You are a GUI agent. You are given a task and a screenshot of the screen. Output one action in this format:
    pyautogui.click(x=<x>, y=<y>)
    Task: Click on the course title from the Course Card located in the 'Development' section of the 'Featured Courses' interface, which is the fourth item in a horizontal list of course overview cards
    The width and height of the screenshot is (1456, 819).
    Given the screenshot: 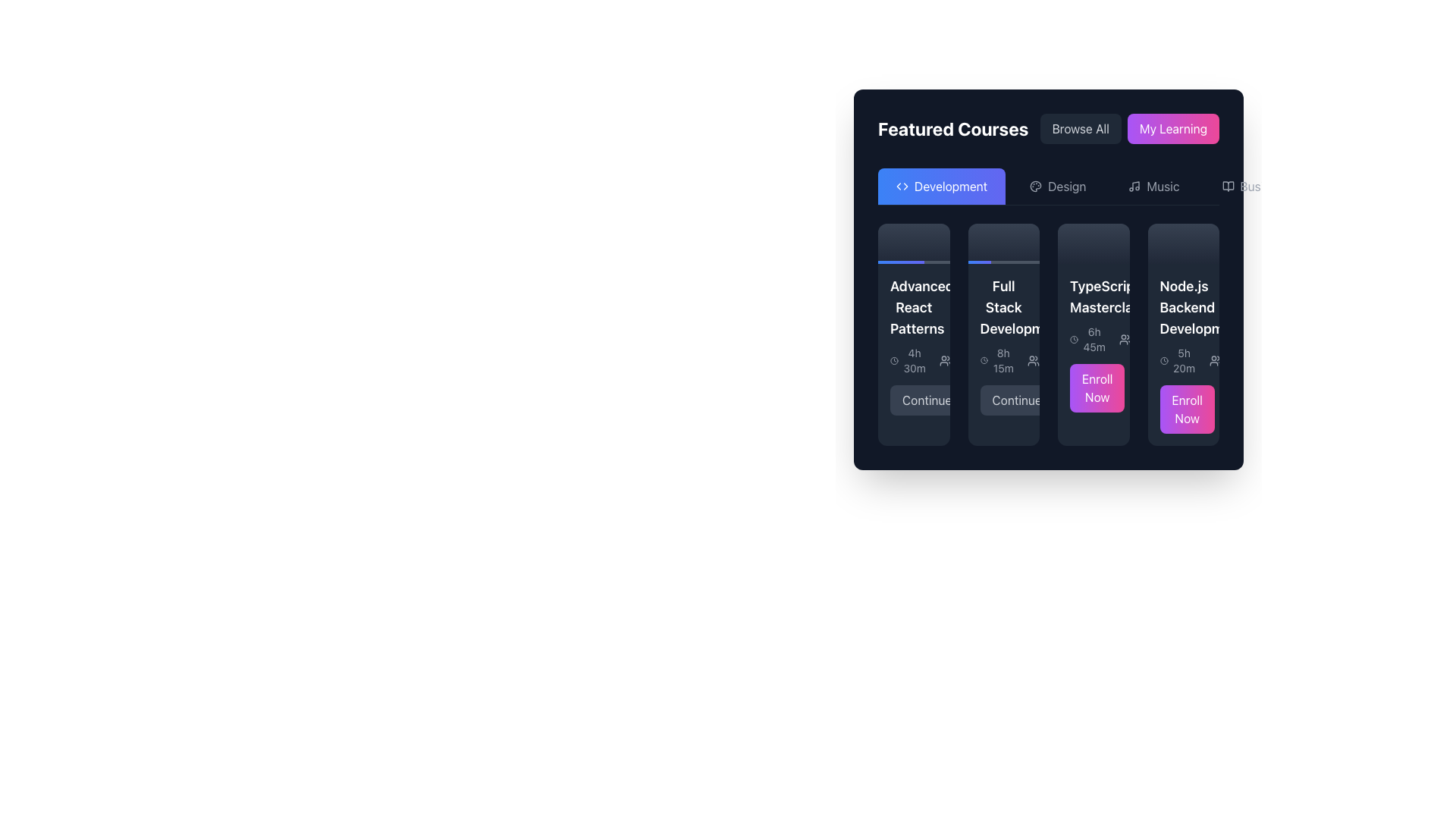 What is the action you would take?
    pyautogui.click(x=1182, y=355)
    